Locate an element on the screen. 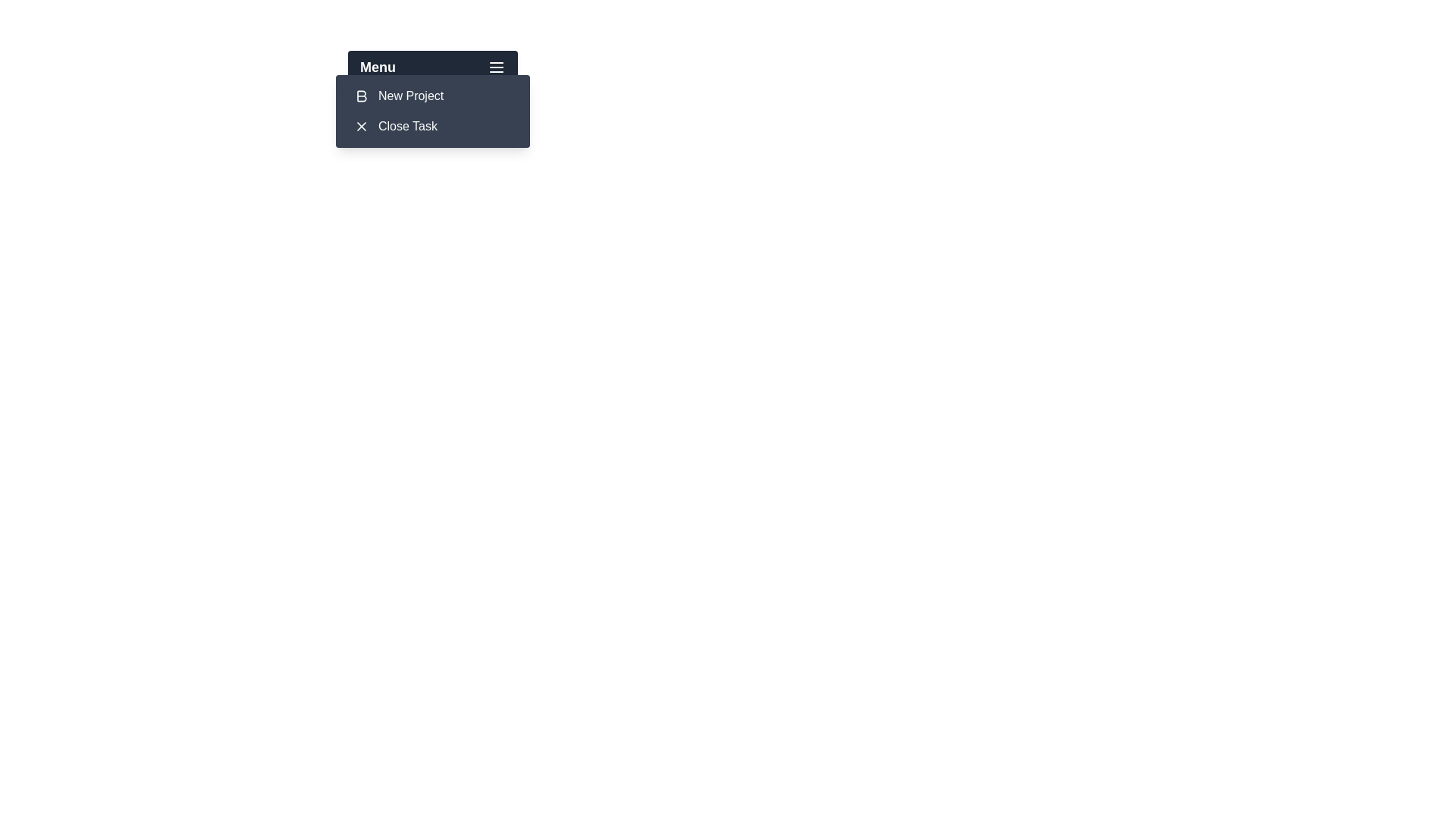  the 'Close Task' text label, which is displayed in white font and is part of a dropdown menu under the 'Menu' header, adjacent to an 'X' icon is located at coordinates (407, 125).